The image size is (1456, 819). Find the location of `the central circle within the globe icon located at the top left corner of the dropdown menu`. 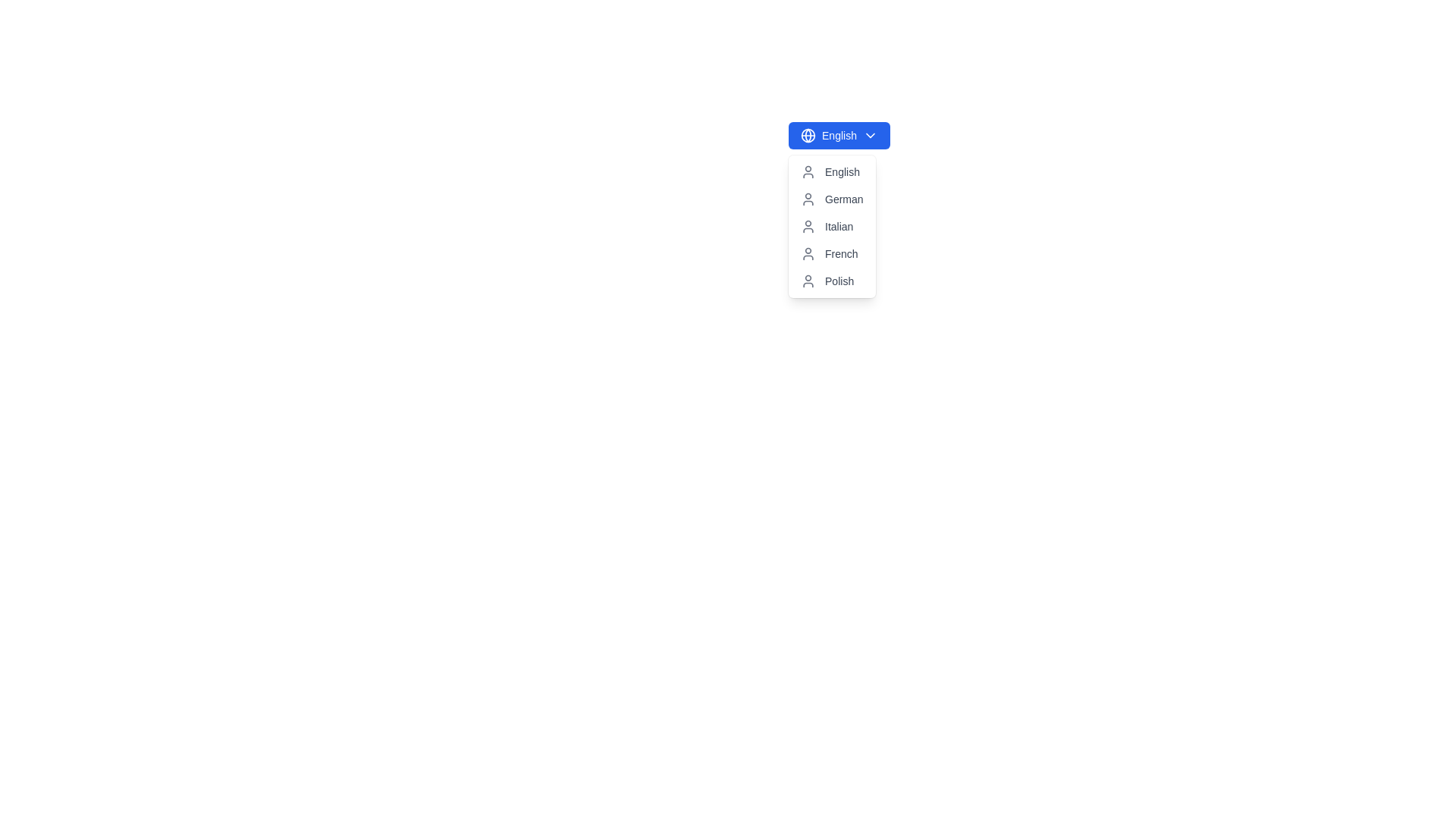

the central circle within the globe icon located at the top left corner of the dropdown menu is located at coordinates (807, 134).